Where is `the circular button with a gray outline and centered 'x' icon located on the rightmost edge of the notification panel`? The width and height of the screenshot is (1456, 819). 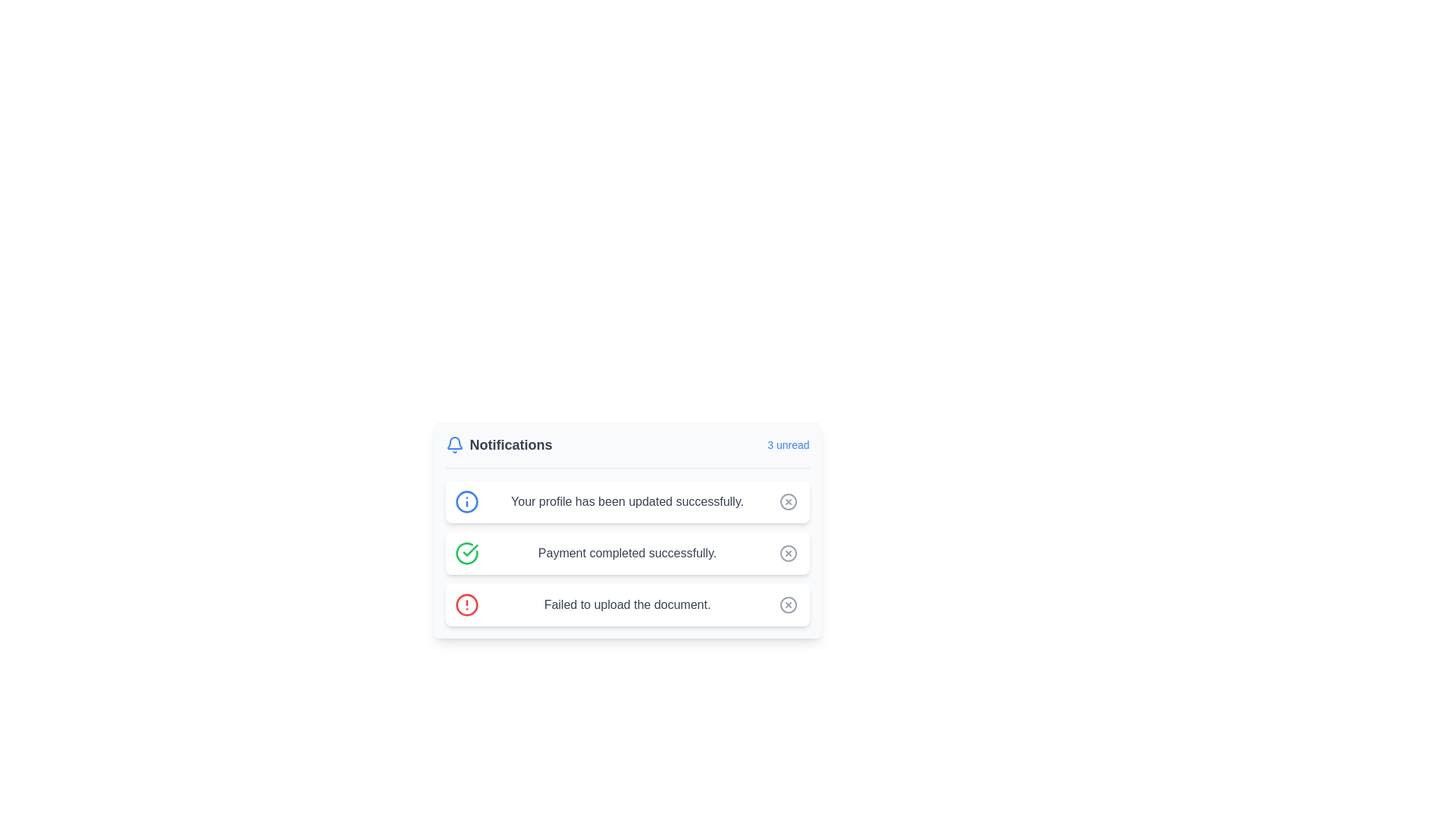 the circular button with a gray outline and centered 'x' icon located on the rightmost edge of the notification panel is located at coordinates (788, 502).